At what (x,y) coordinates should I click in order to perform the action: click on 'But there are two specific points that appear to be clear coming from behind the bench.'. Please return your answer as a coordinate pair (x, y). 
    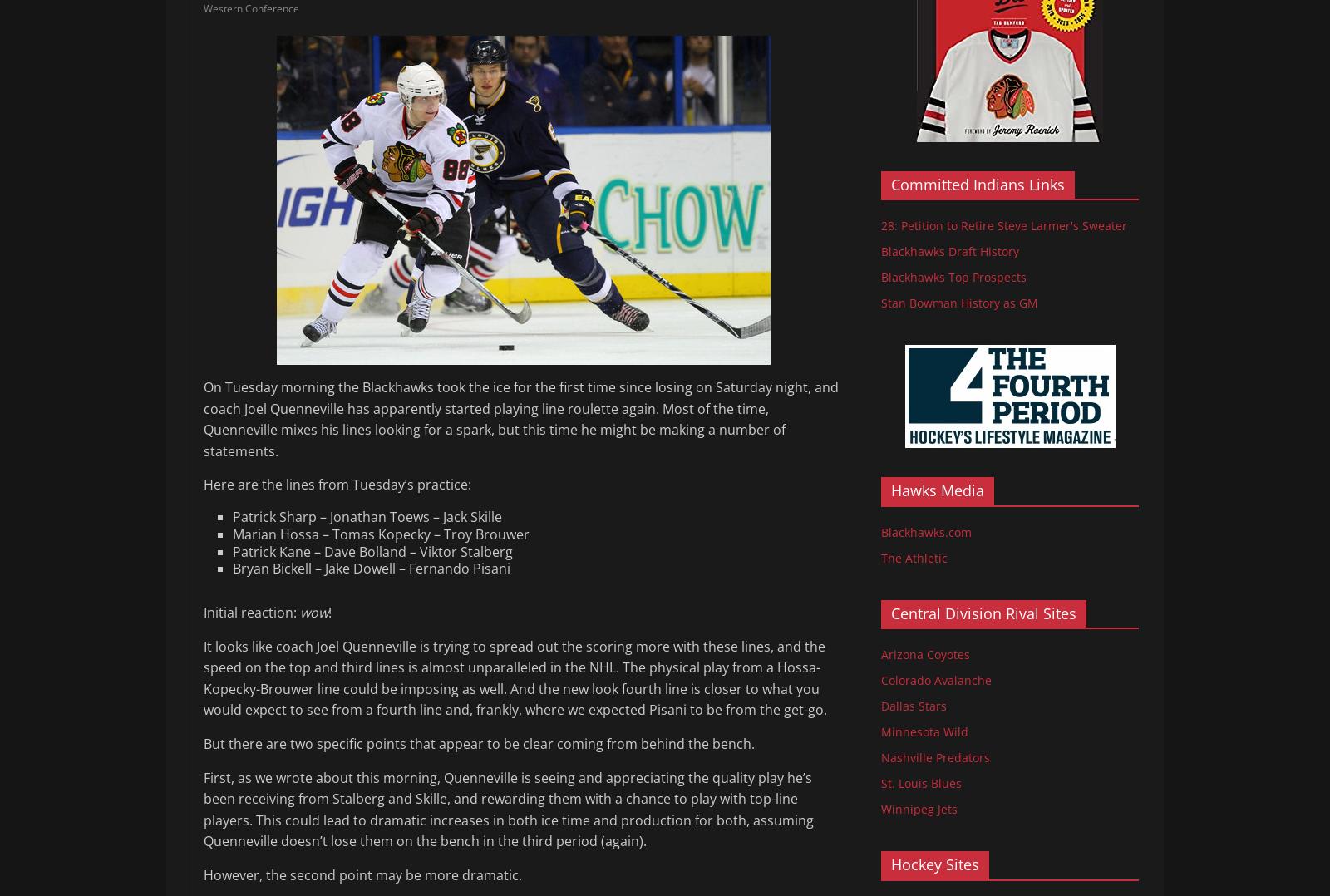
    Looking at the image, I should click on (478, 743).